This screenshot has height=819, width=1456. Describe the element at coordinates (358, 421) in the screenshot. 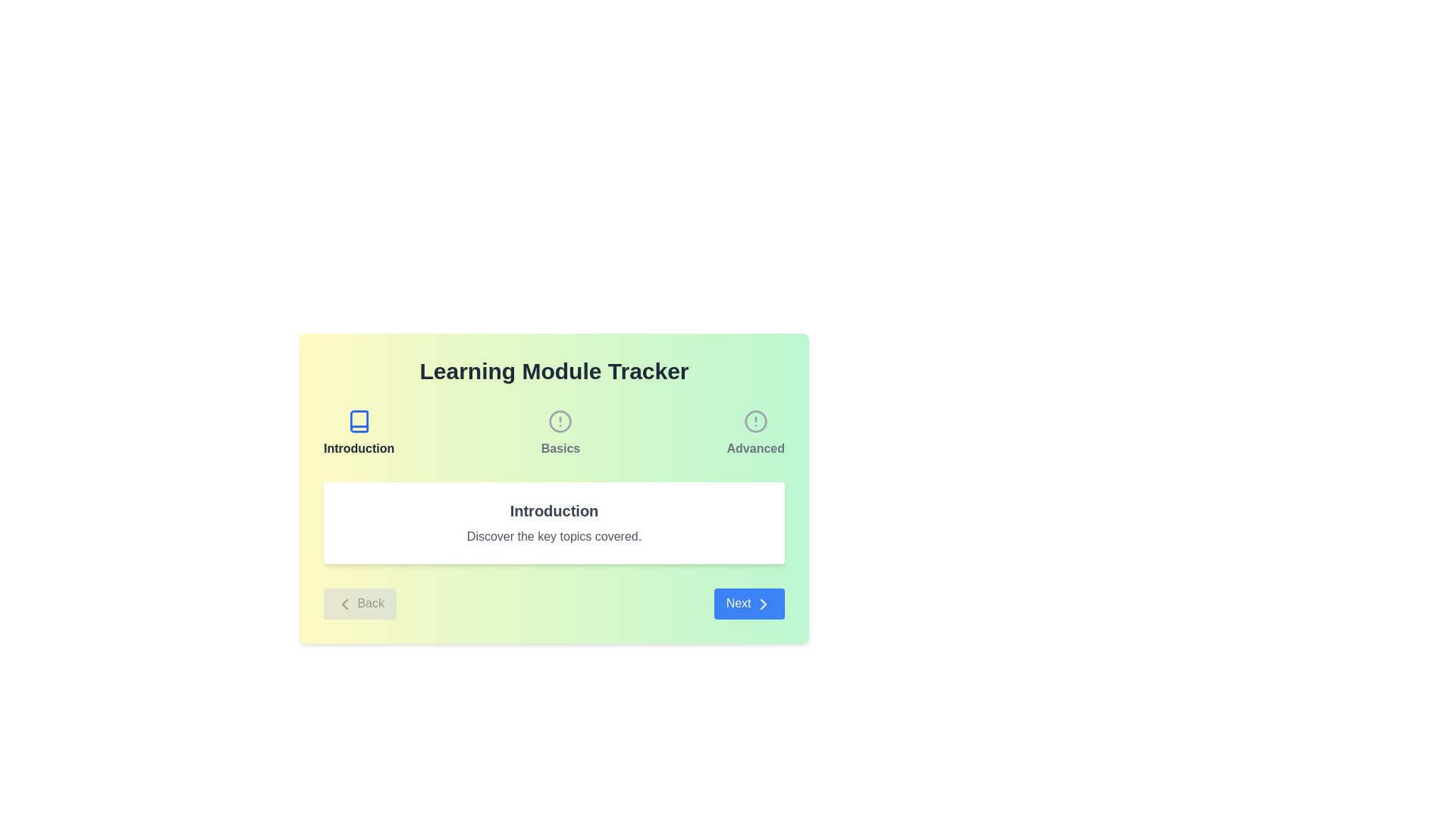

I see `the 'Introduction' icon, which is the leftmost icon in the trio of elements under the 'Learning Module Tracker' heading` at that location.